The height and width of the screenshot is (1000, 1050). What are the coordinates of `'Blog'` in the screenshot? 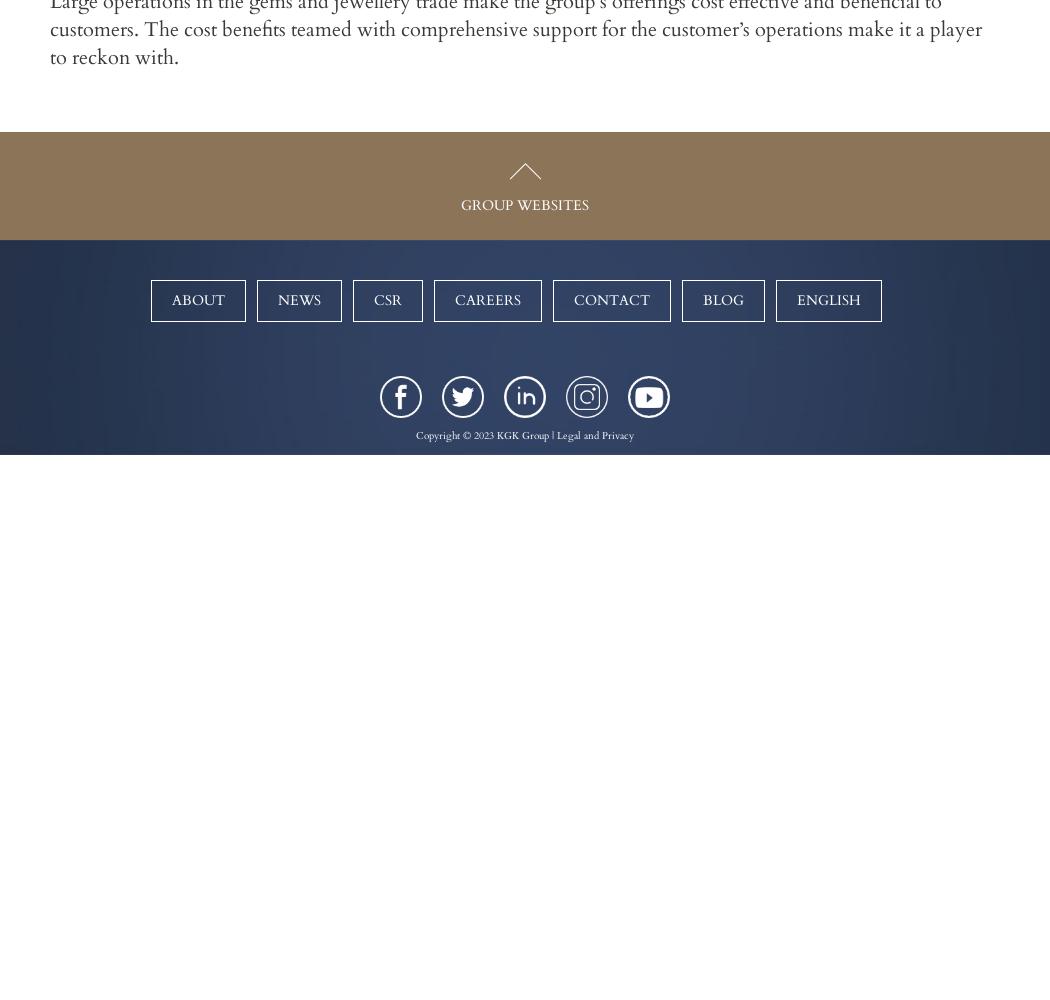 It's located at (702, 299).